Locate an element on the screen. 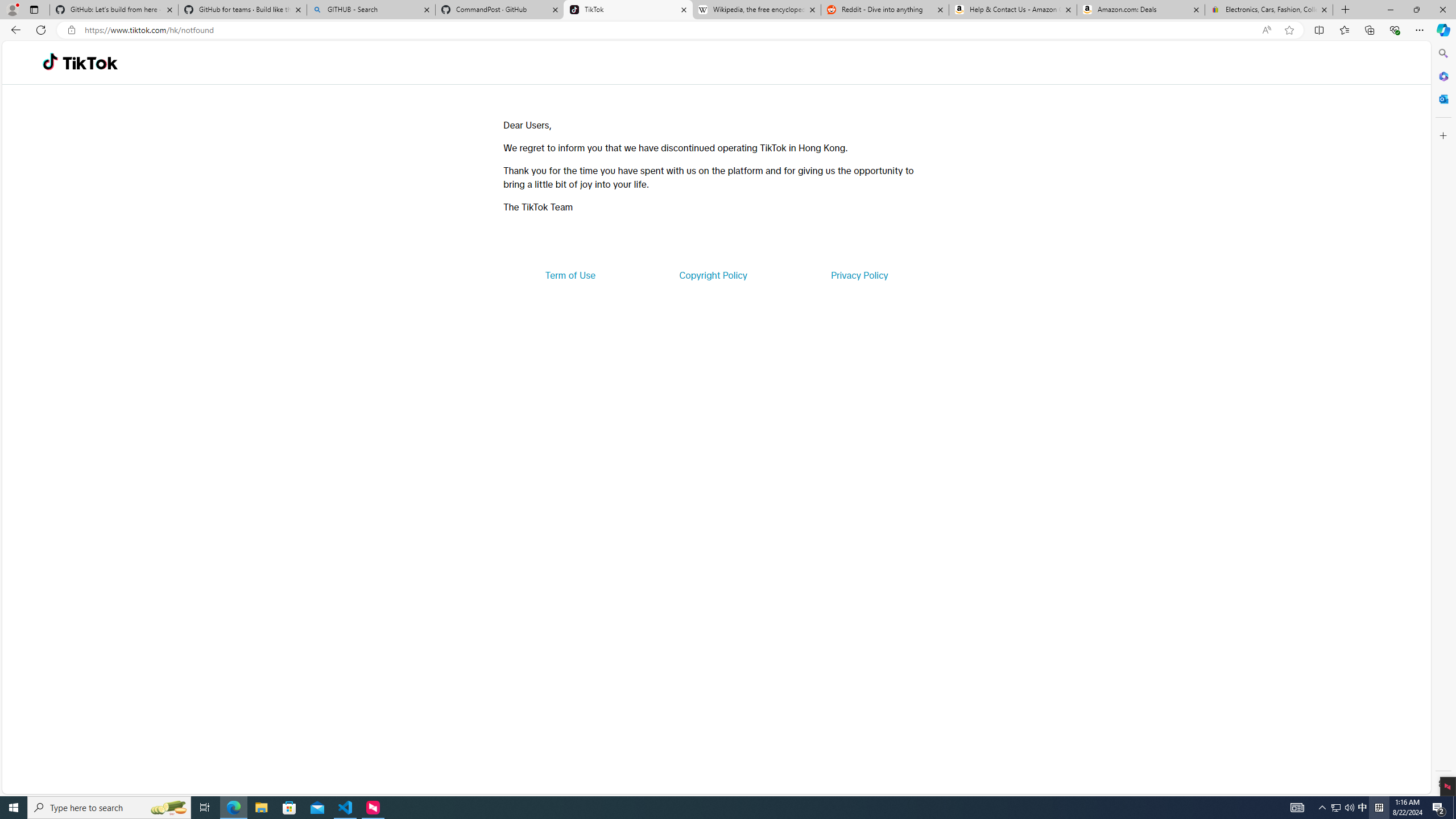 The image size is (1456, 819). 'View site information' is located at coordinates (71, 30).